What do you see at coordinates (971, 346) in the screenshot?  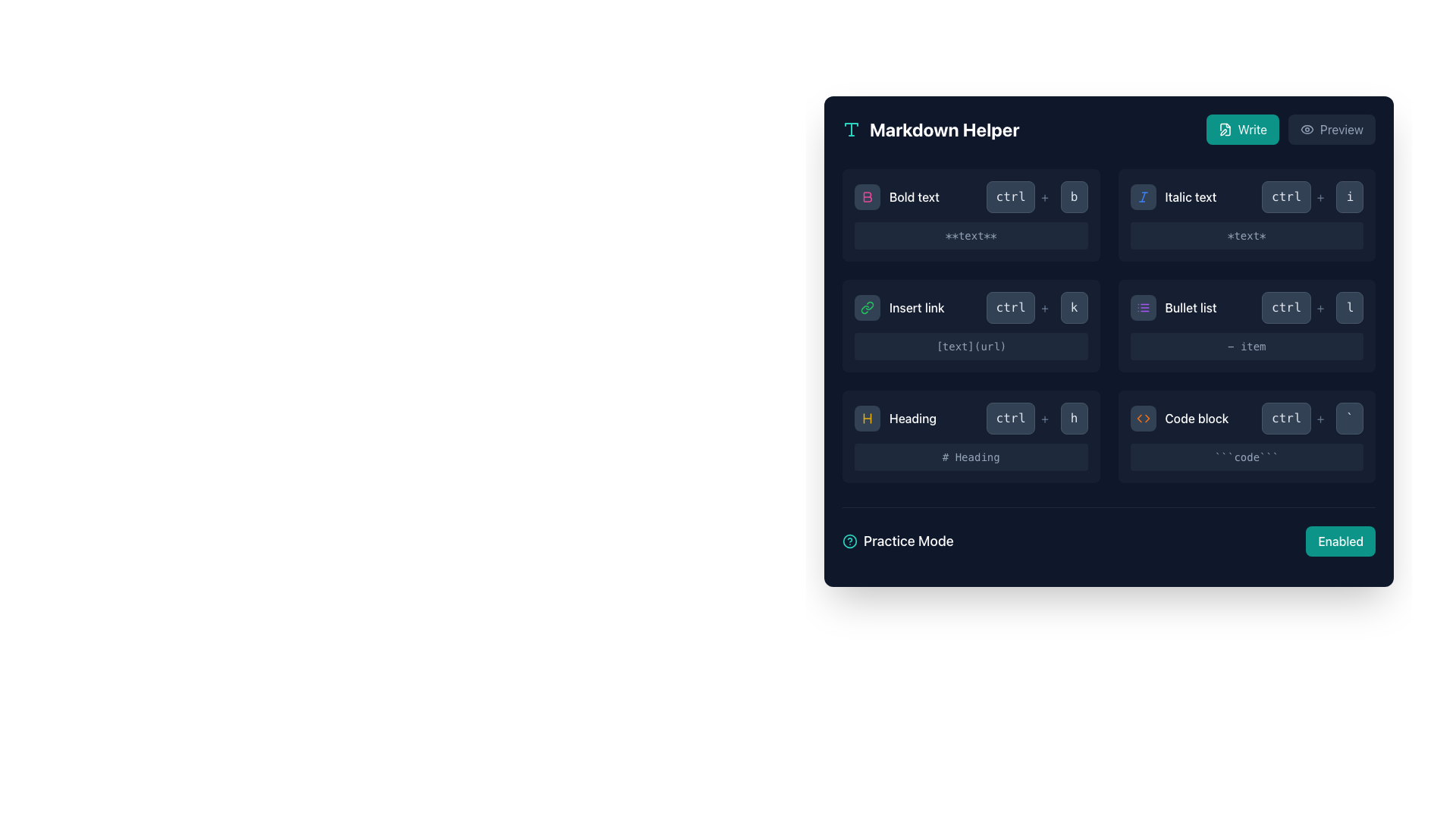 I see `the displayed text in the last element of the 'Insert link' section of the 'Markdown Helper' interface, which is a piece of text styled in a monospaced font with a dark slate background and light slate-colored text` at bounding box center [971, 346].